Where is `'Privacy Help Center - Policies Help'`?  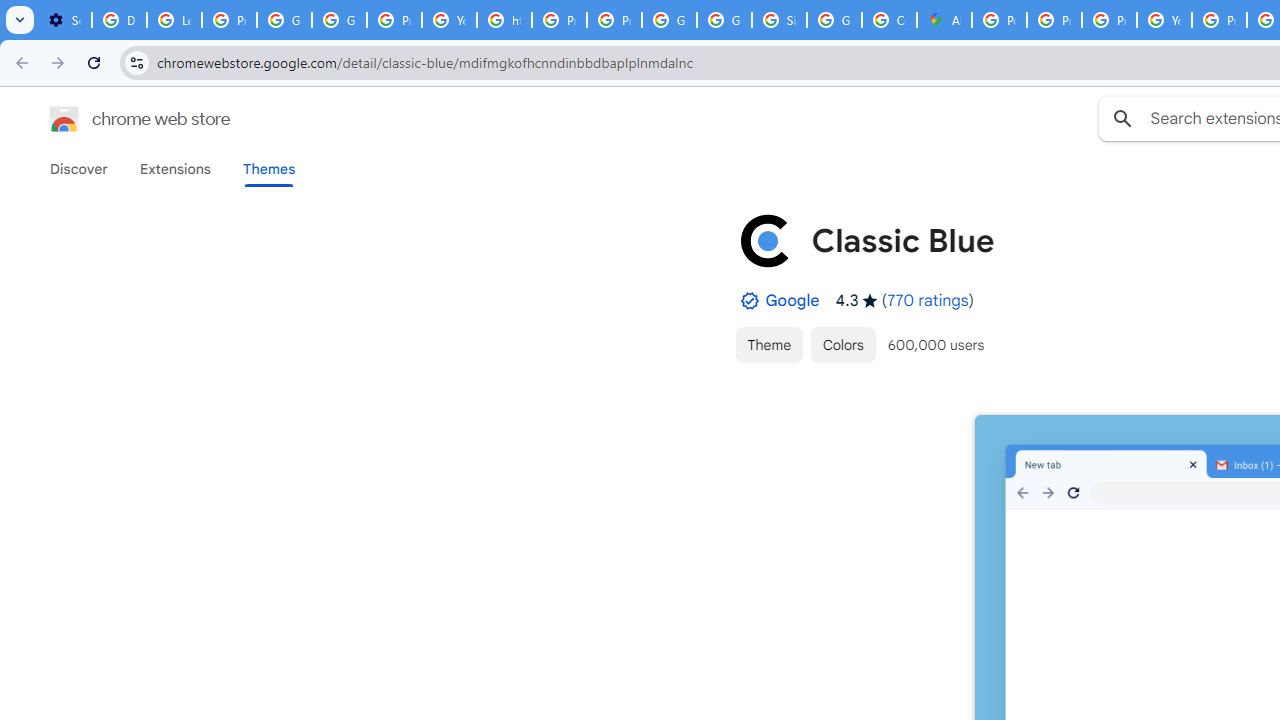
'Privacy Help Center - Policies Help' is located at coordinates (1053, 20).